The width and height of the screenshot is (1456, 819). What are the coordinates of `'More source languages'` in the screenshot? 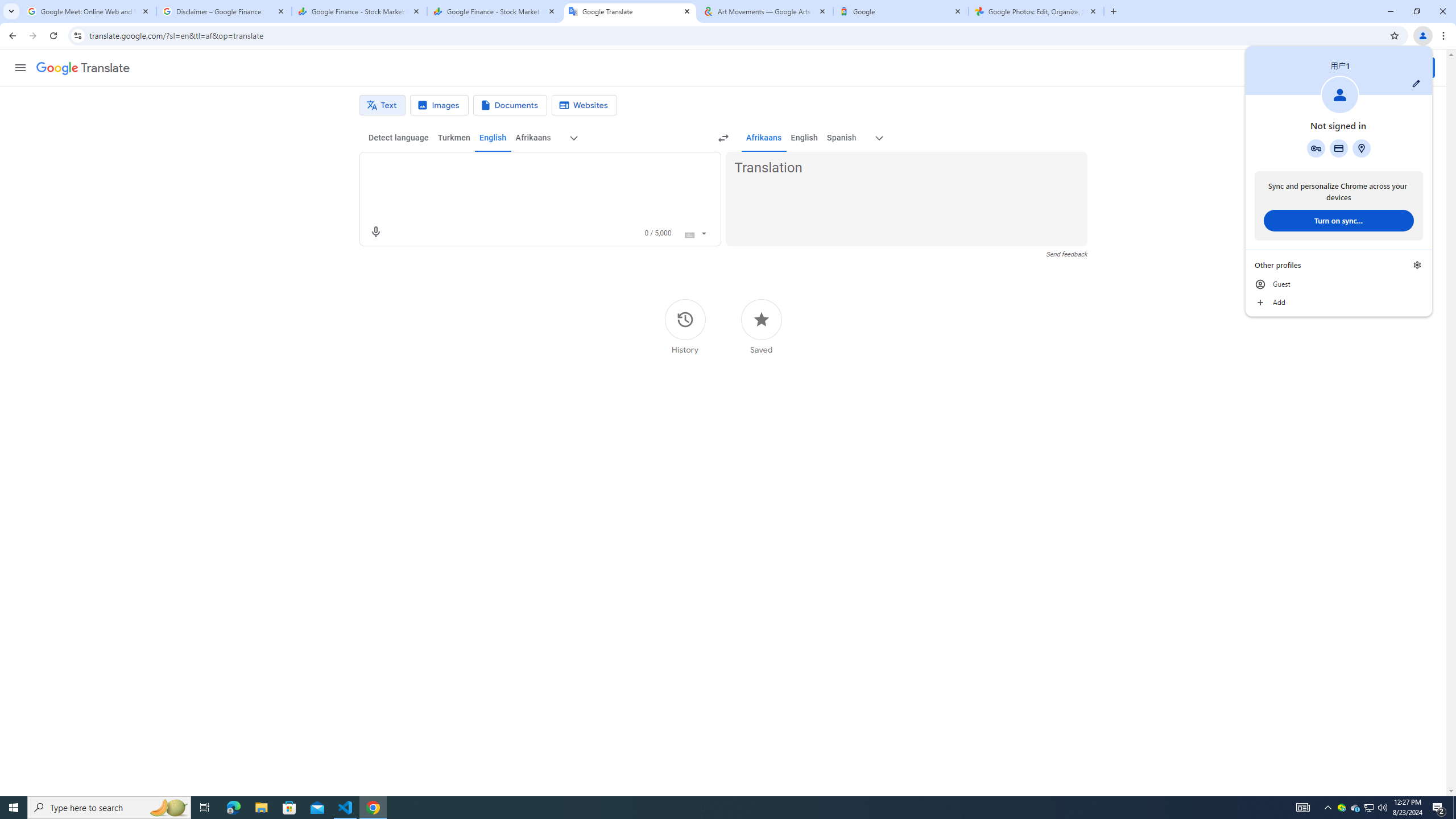 It's located at (573, 138).